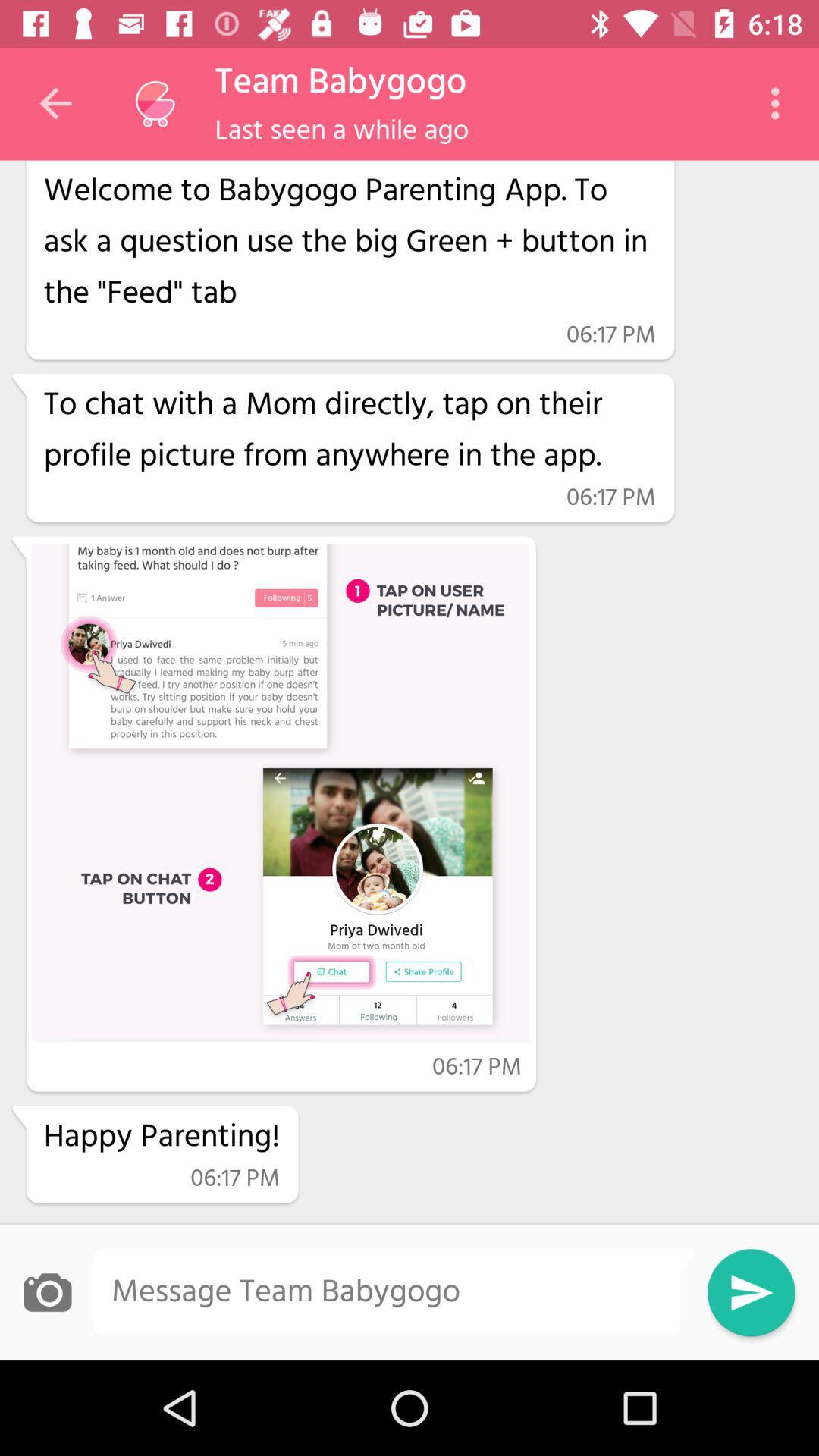 This screenshot has height=1456, width=819. What do you see at coordinates (779, 102) in the screenshot?
I see `the icon next to the hi app crawler item` at bounding box center [779, 102].